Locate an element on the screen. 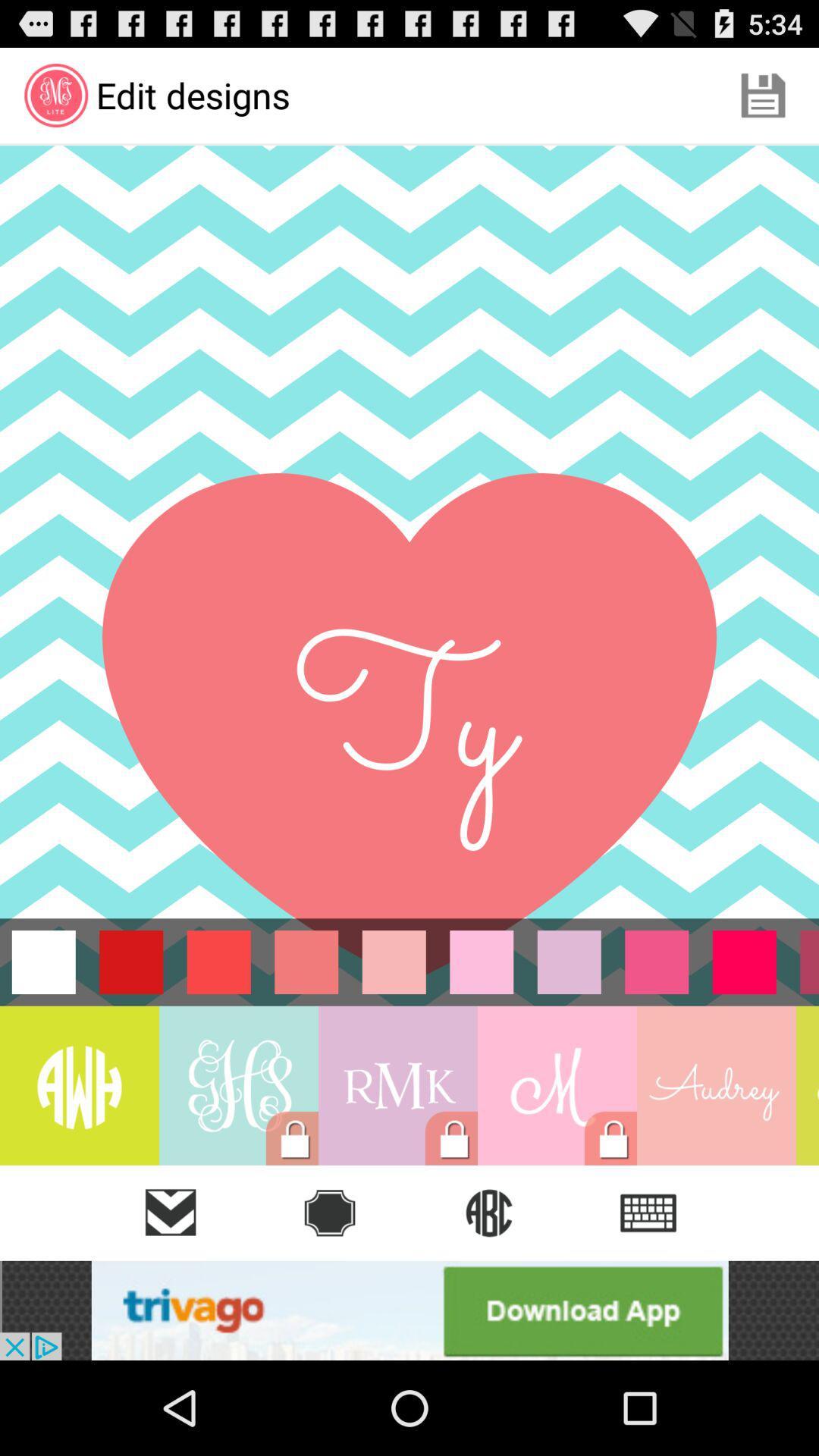 This screenshot has height=1456, width=819. the image m left to audrey is located at coordinates (557, 1084).